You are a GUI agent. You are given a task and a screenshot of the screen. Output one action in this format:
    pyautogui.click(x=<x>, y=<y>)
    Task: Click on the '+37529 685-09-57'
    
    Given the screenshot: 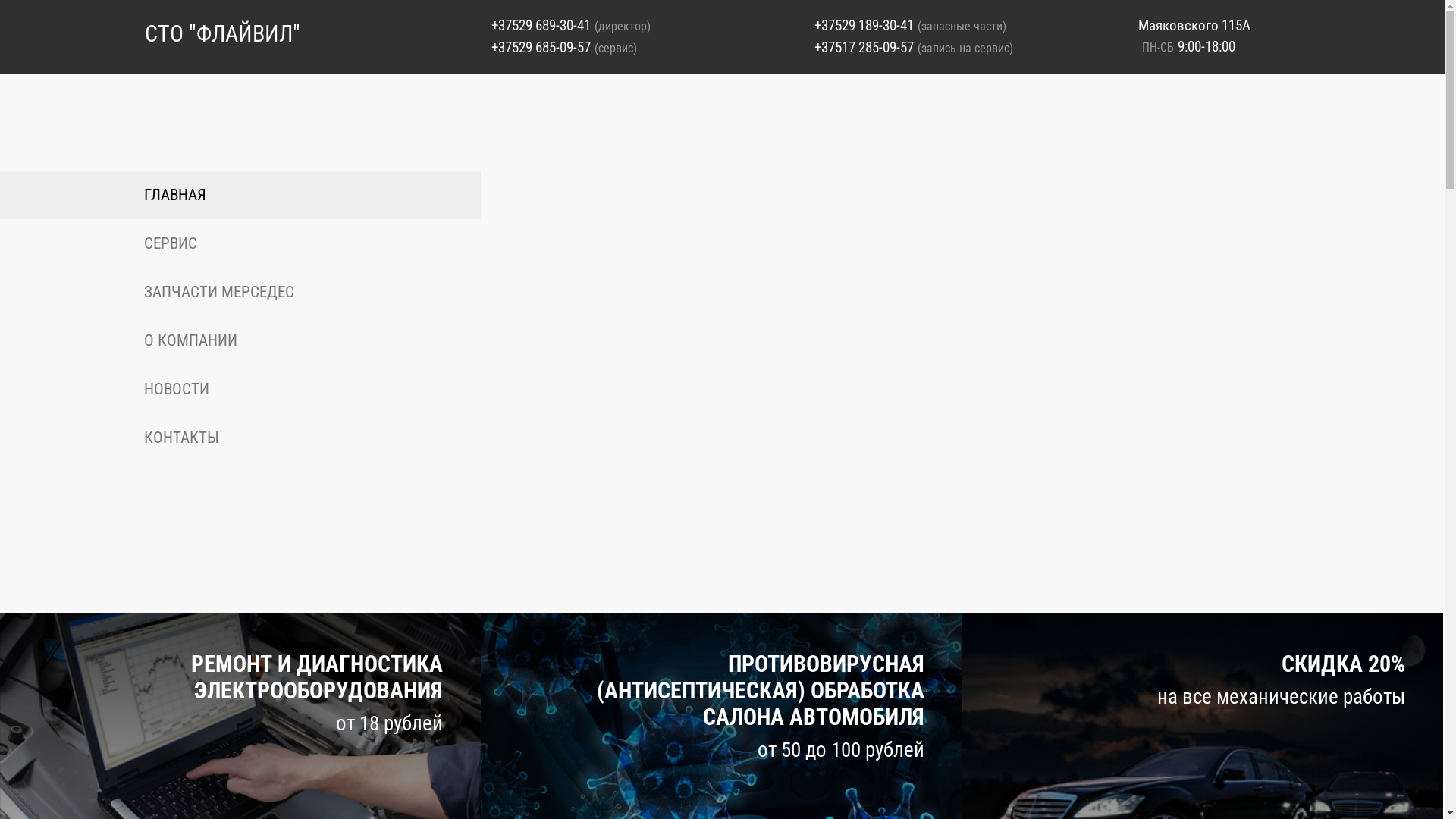 What is the action you would take?
    pyautogui.click(x=541, y=46)
    